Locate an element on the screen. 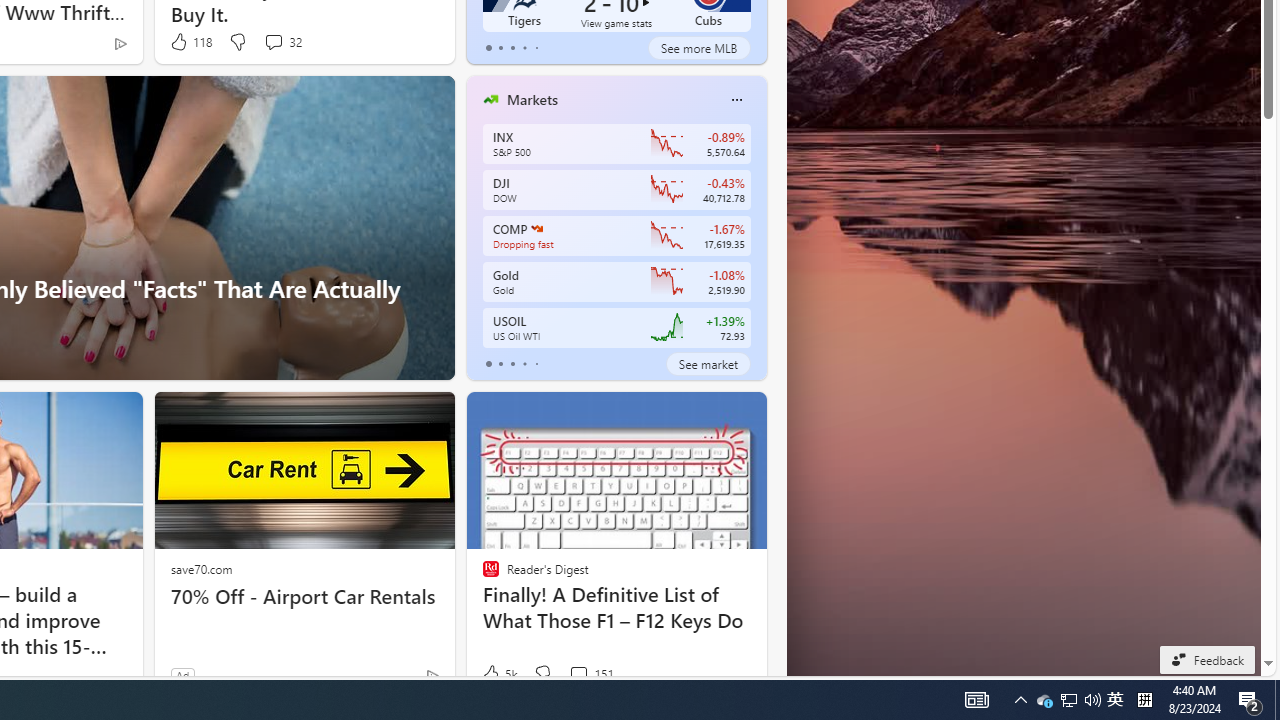 This screenshot has width=1280, height=720. 'tab-0' is located at coordinates (488, 363).